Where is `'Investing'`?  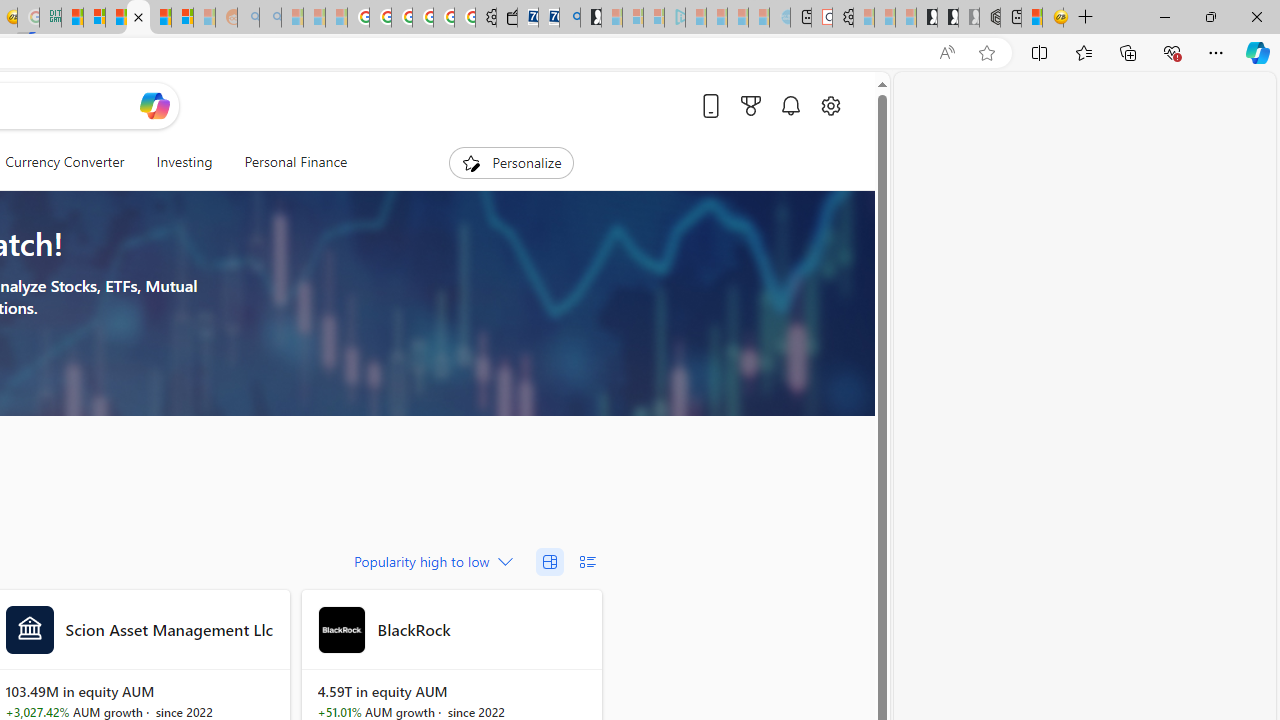
'Investing' is located at coordinates (184, 162).